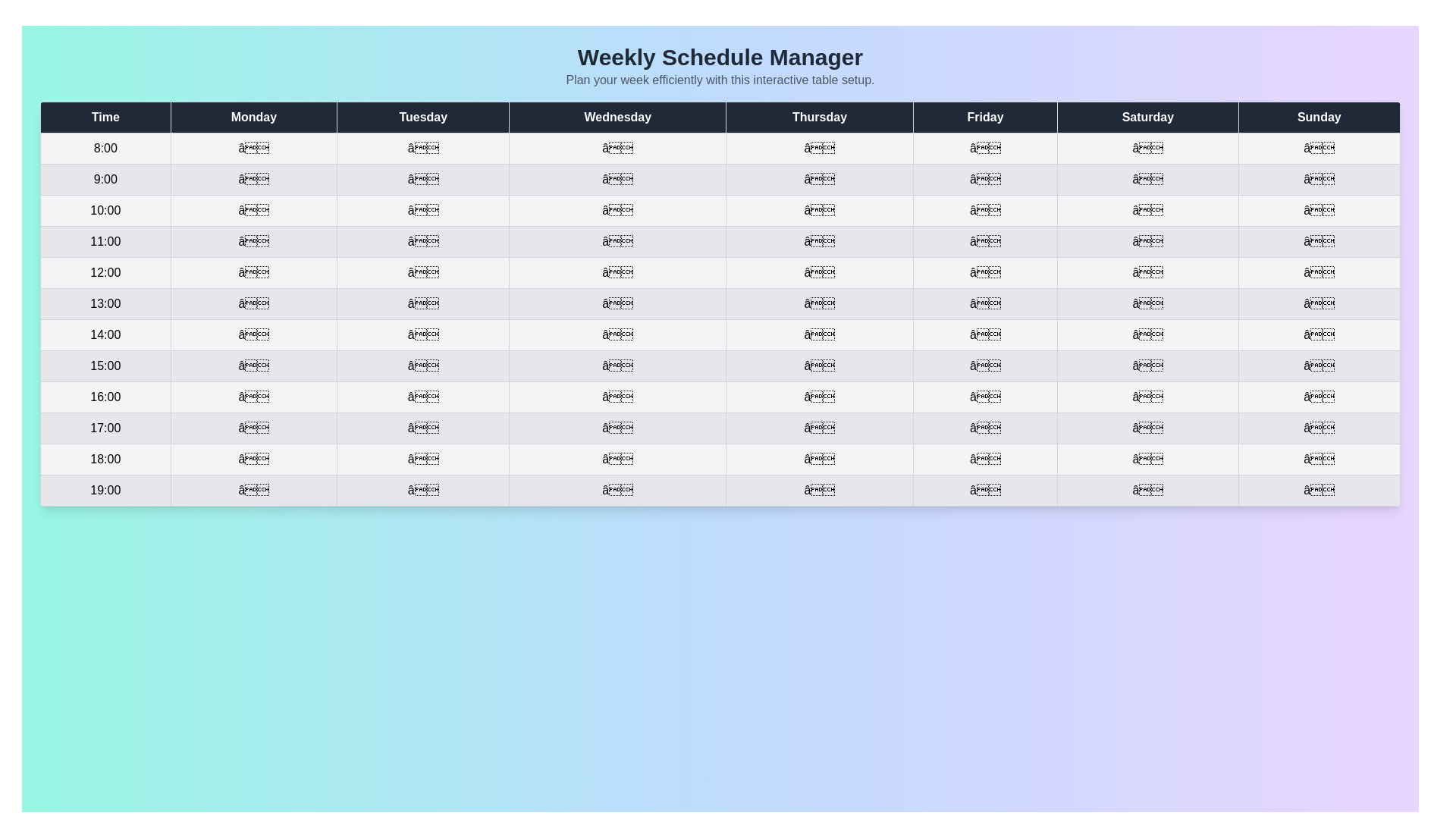  Describe the element at coordinates (618, 116) in the screenshot. I see `the header cell labeled Wednesday to sort by that column` at that location.